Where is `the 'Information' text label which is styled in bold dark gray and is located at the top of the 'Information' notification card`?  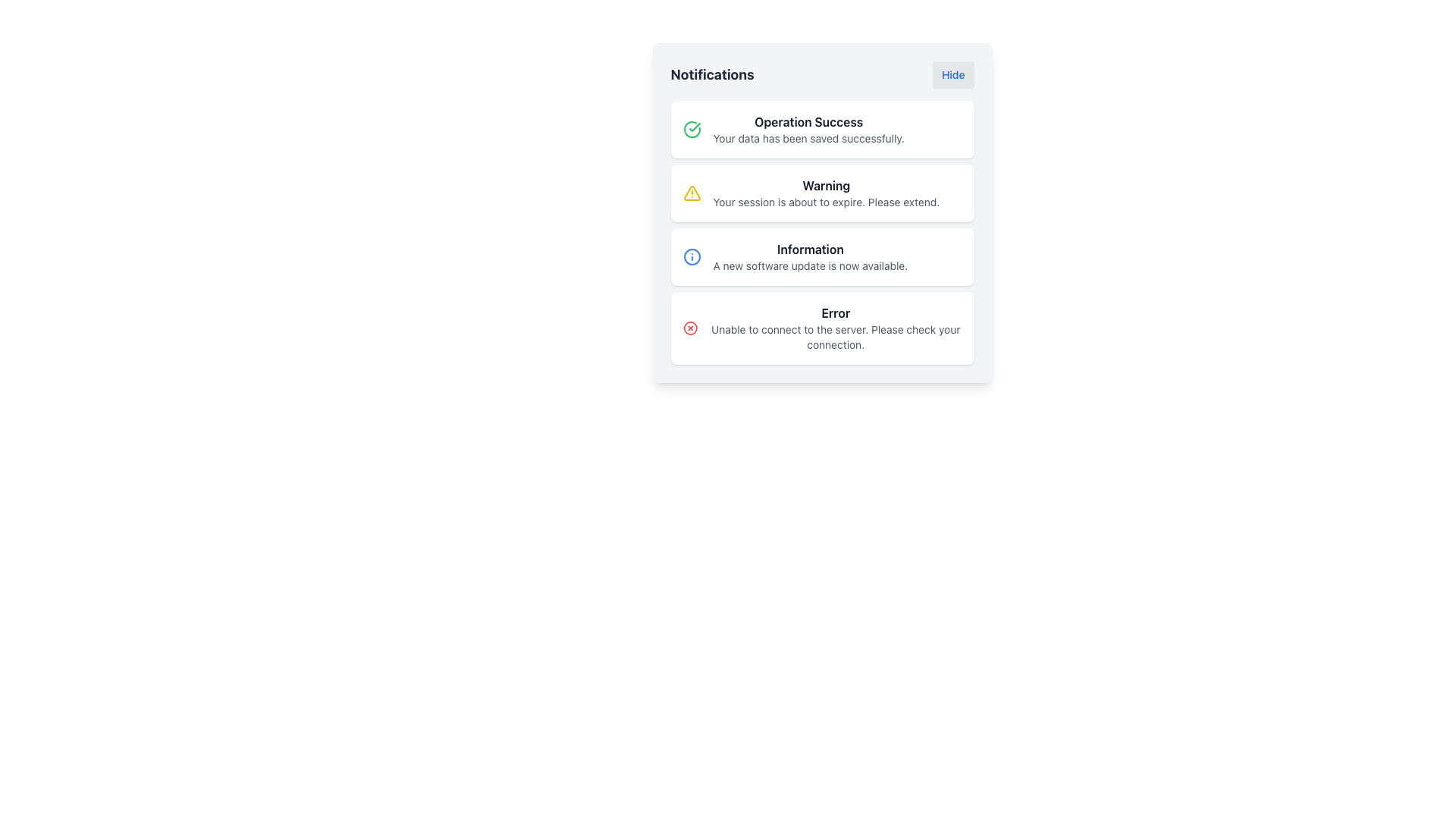 the 'Information' text label which is styled in bold dark gray and is located at the top of the 'Information' notification card is located at coordinates (809, 248).